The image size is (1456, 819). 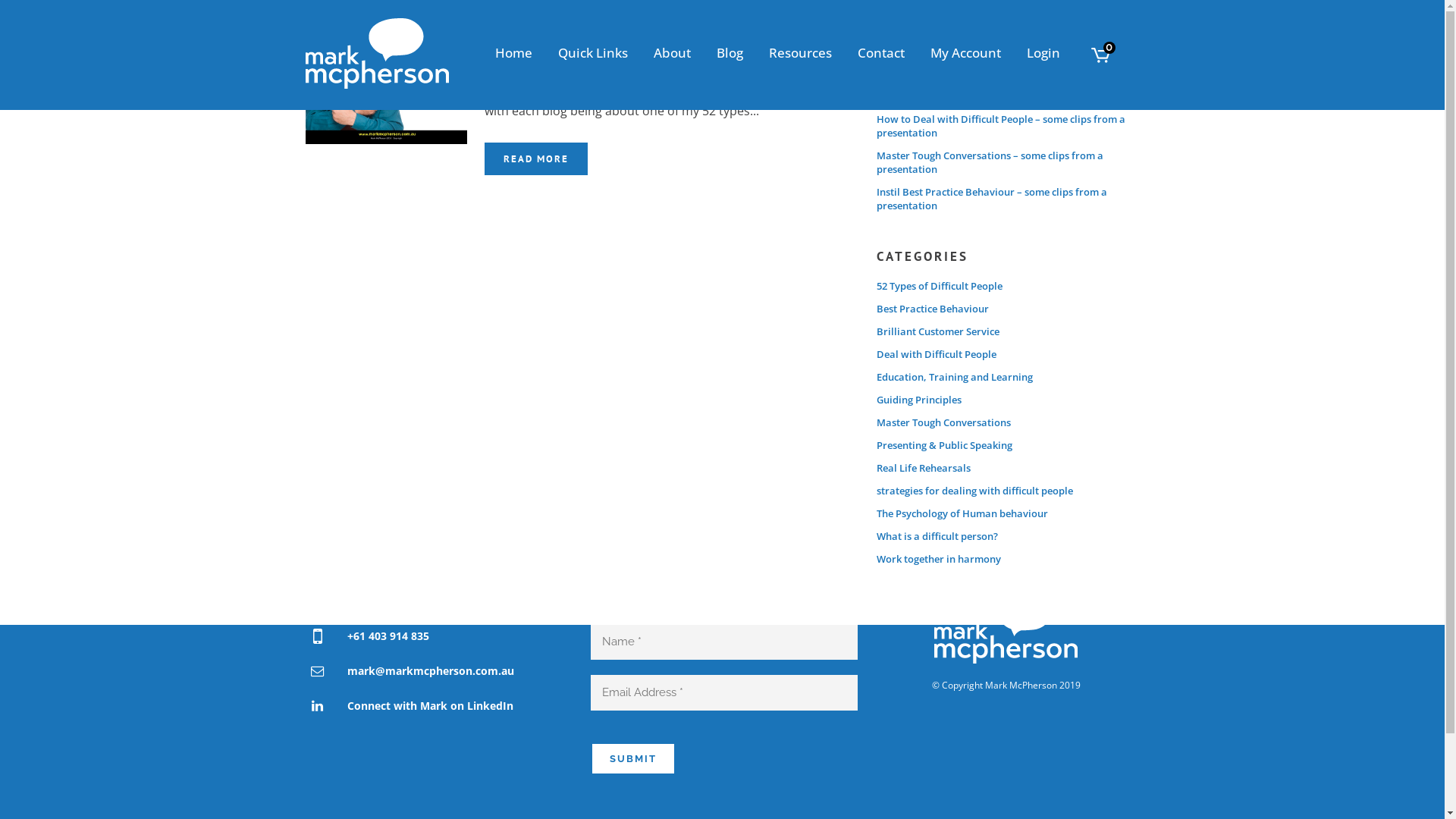 I want to click on 'Quick Links', so click(x=591, y=52).